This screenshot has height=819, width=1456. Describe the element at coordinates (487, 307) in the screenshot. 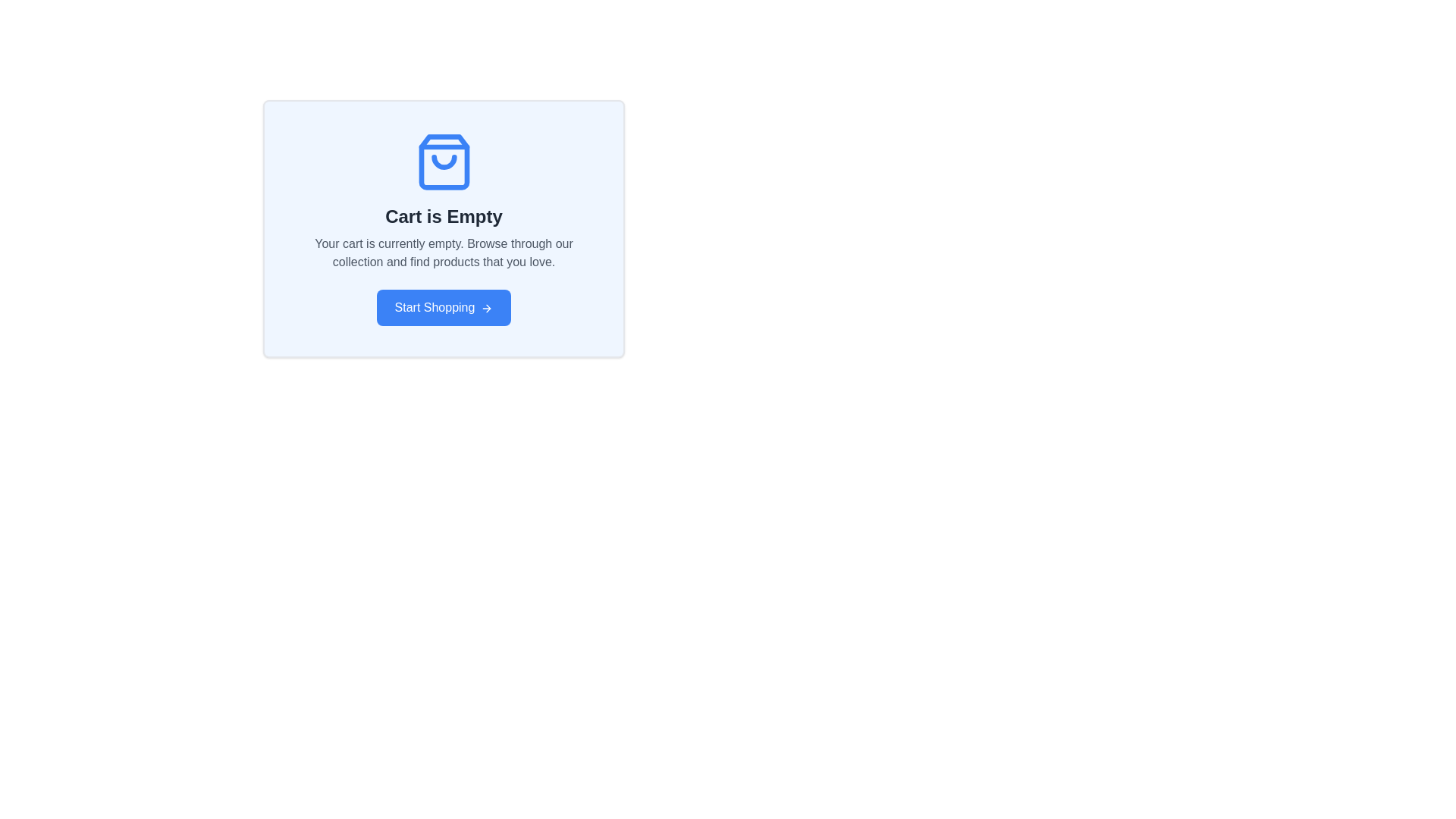

I see `the appearance of the forward direction icon located to the right of the text inside the 'Start Shopping' button at the bottom center of the 'Cart is Empty' card` at that location.